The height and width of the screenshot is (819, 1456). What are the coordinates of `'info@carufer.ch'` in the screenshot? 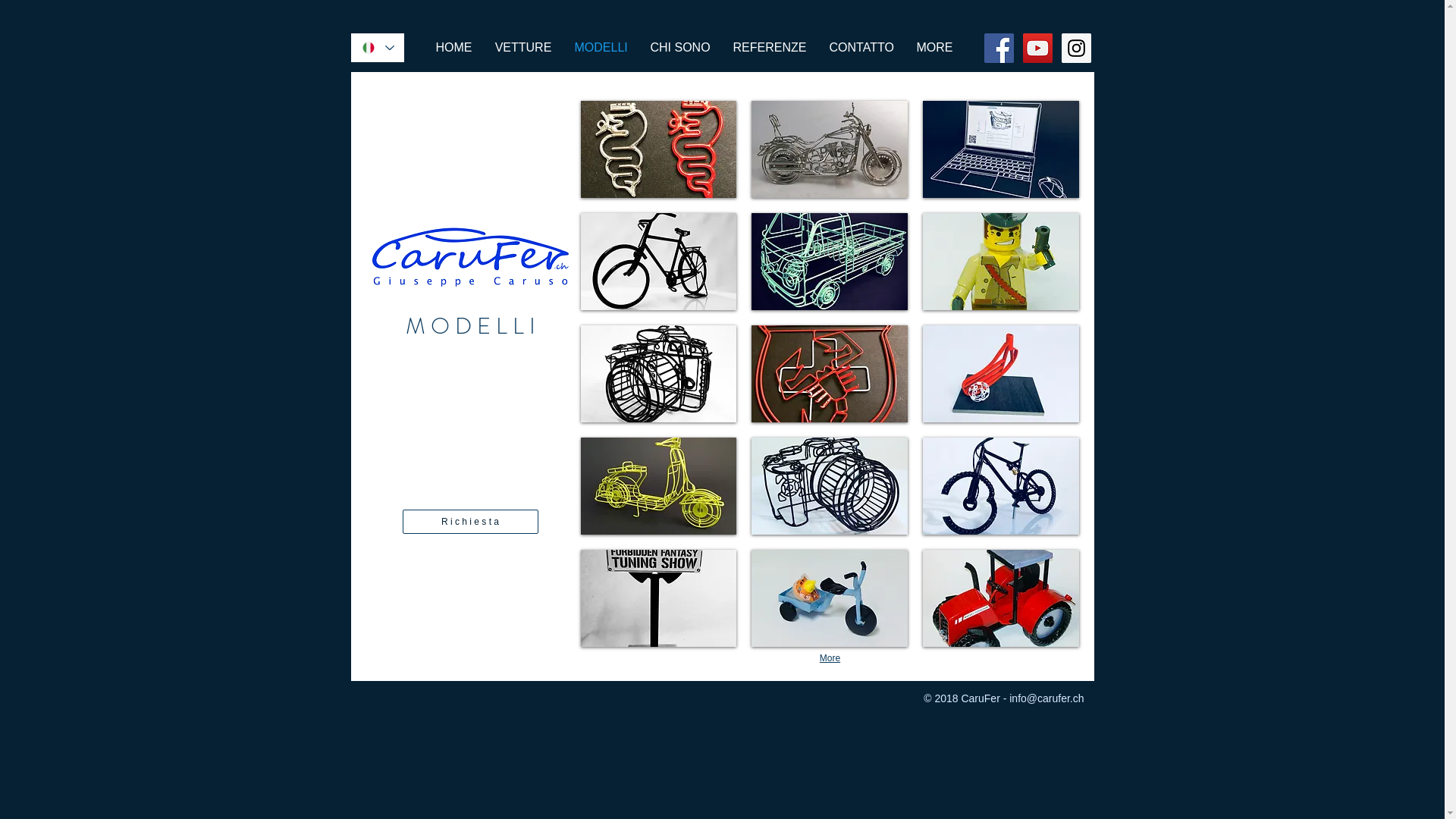 It's located at (1046, 698).